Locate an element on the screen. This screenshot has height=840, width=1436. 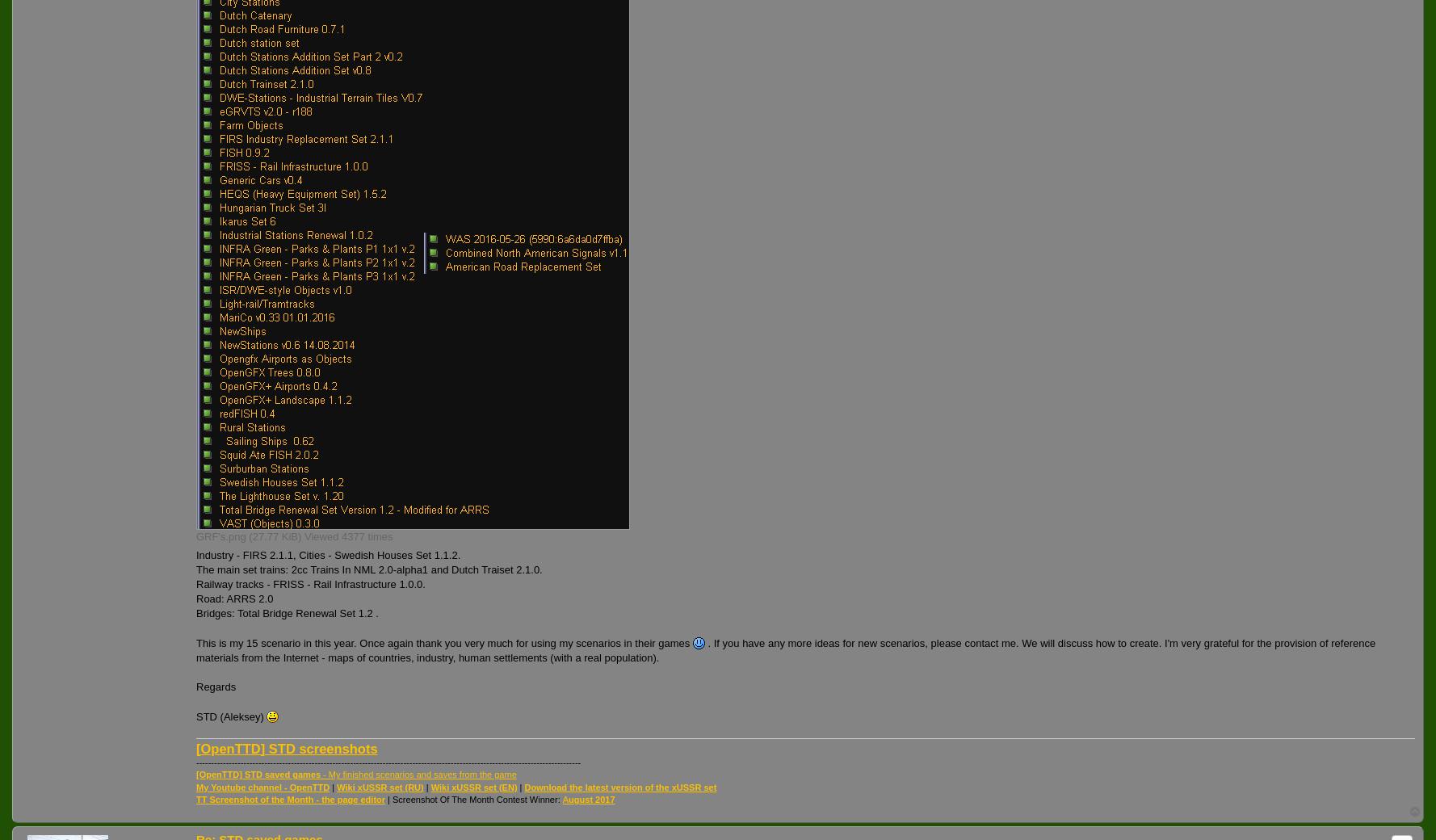
'STD (Aleksey)' is located at coordinates (231, 715).